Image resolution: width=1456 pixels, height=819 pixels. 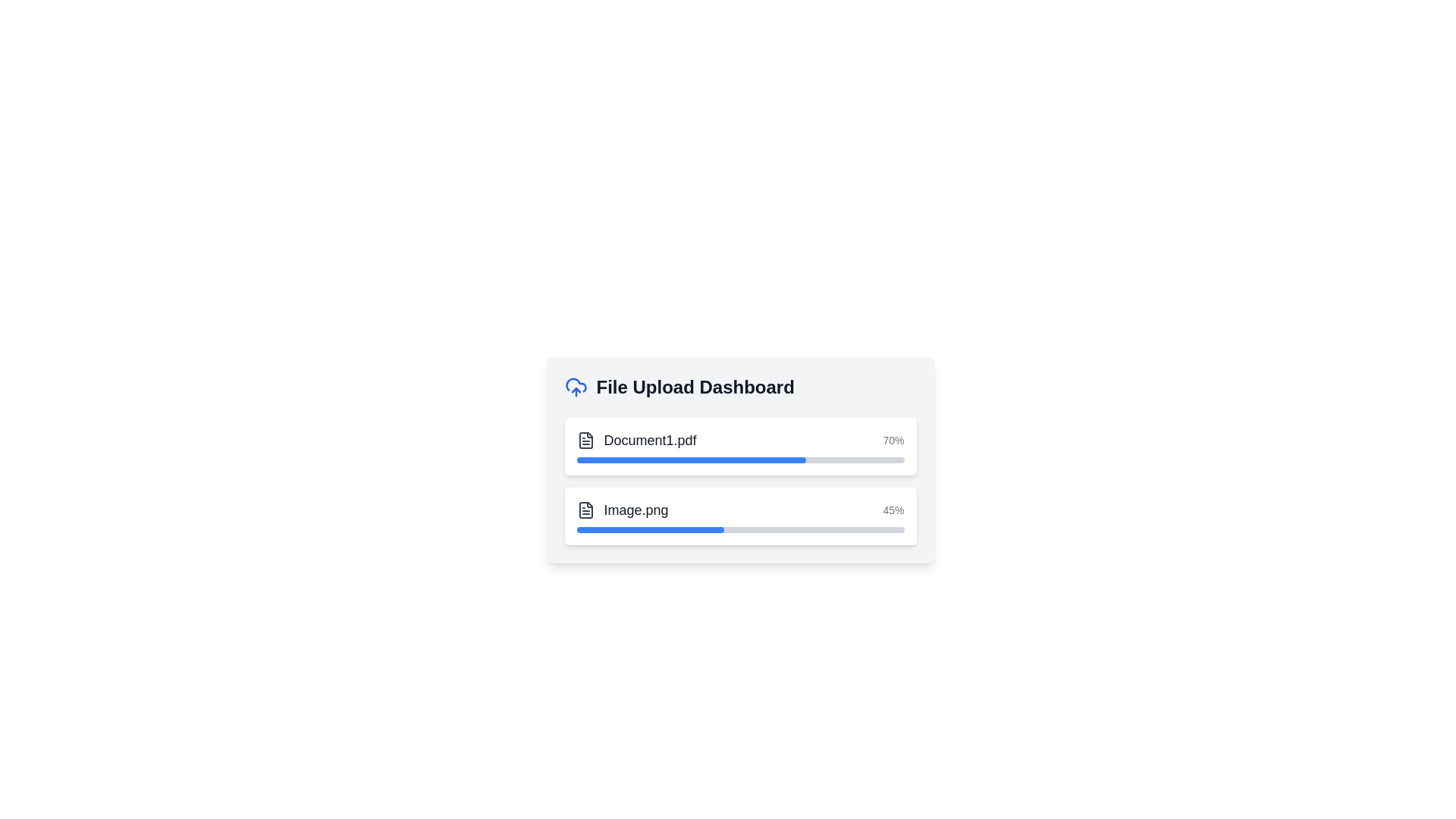 I want to click on the cloud outline component in the SVG graphic, which represents a non-interactive decorative piece for the cloud upload feature in the File Upload Dashboard, so click(x=575, y=384).